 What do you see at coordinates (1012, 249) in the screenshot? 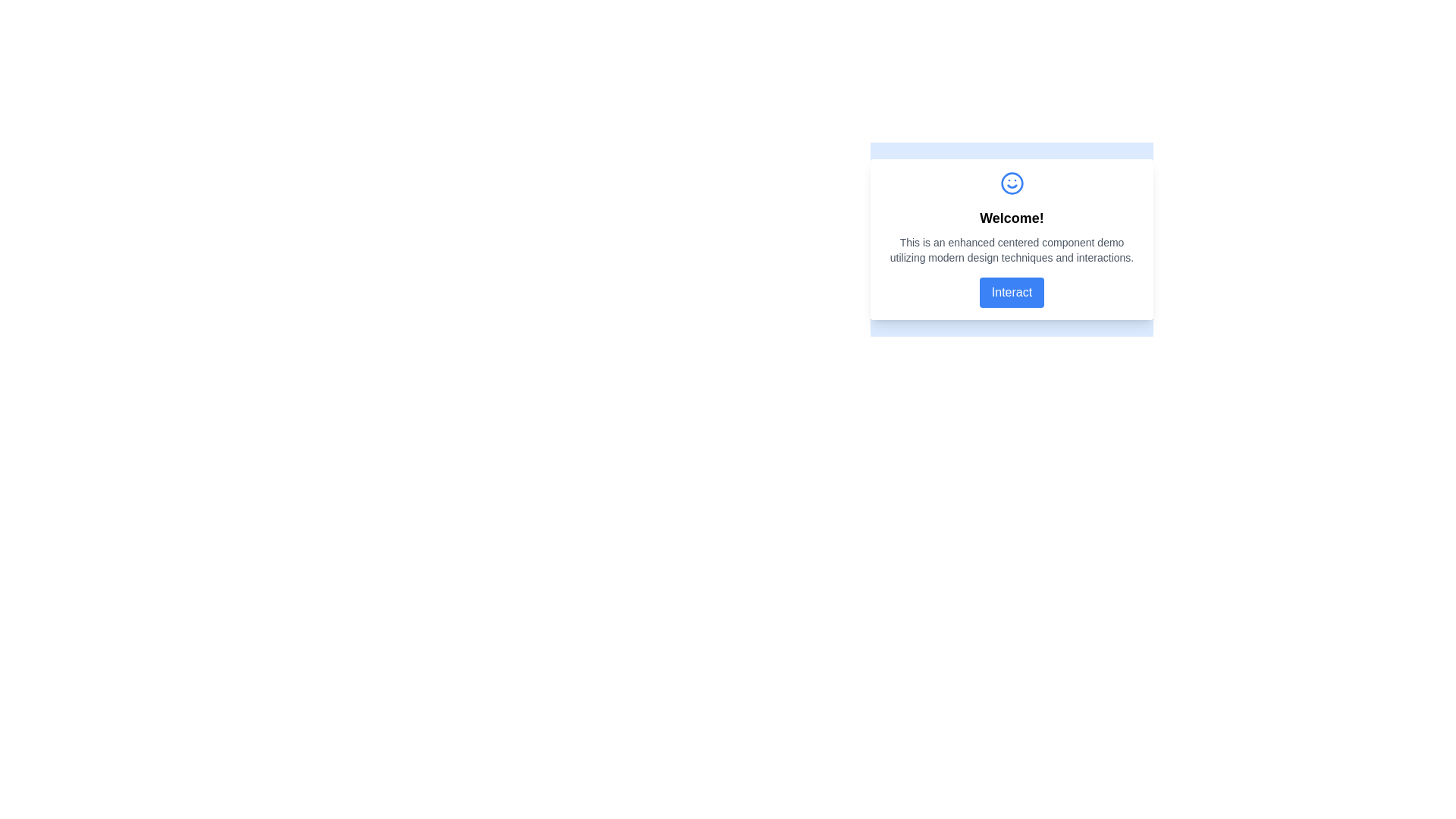
I see `the static text element that contains the paragraph 'This is an enhanced centered component demo utilizing modern design techniques and interactions.' which is positioned below the 'Welcome!' heading and above the 'Interact' button` at bounding box center [1012, 249].